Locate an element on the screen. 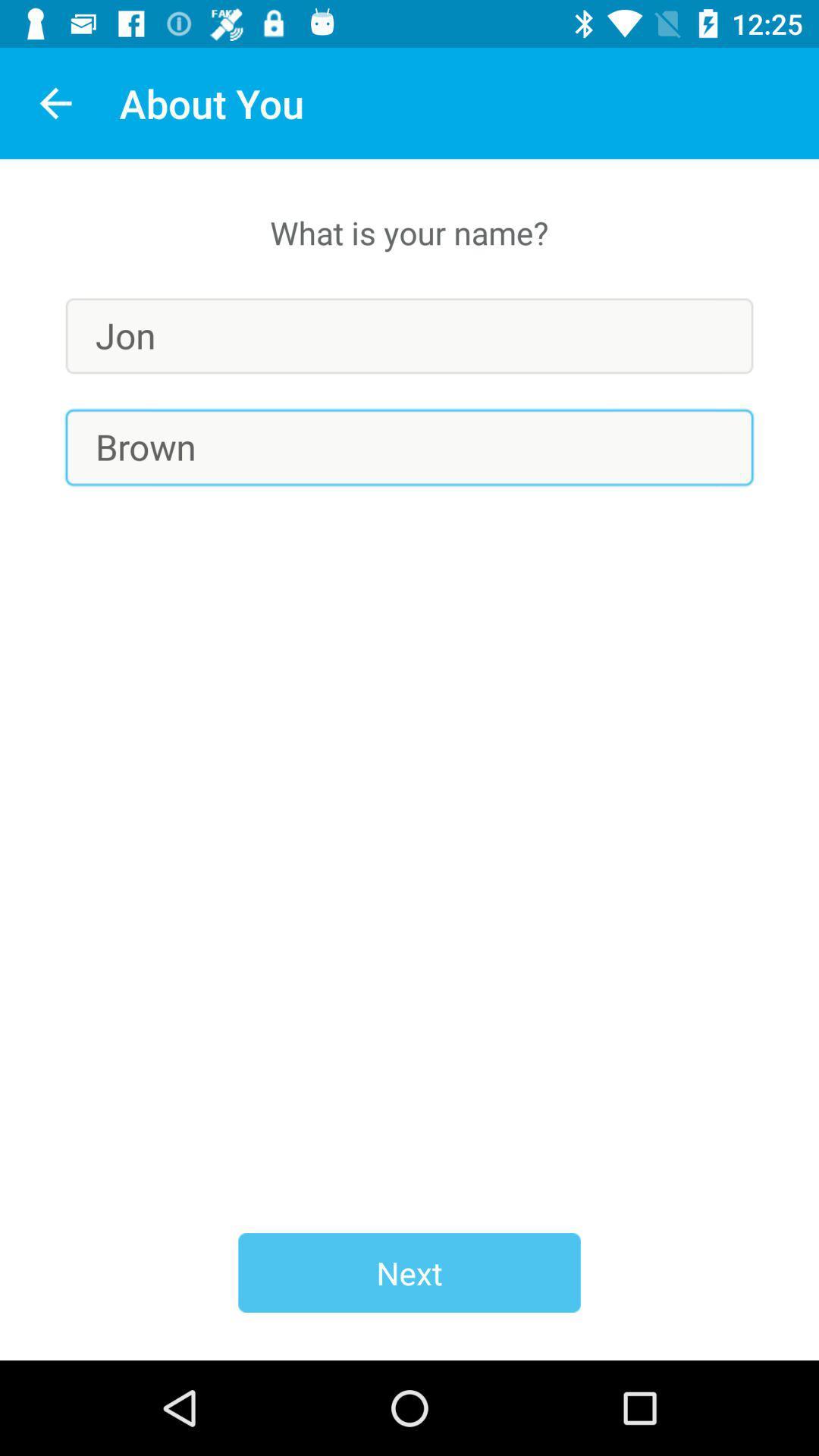 The height and width of the screenshot is (1456, 819). the next icon is located at coordinates (409, 1272).